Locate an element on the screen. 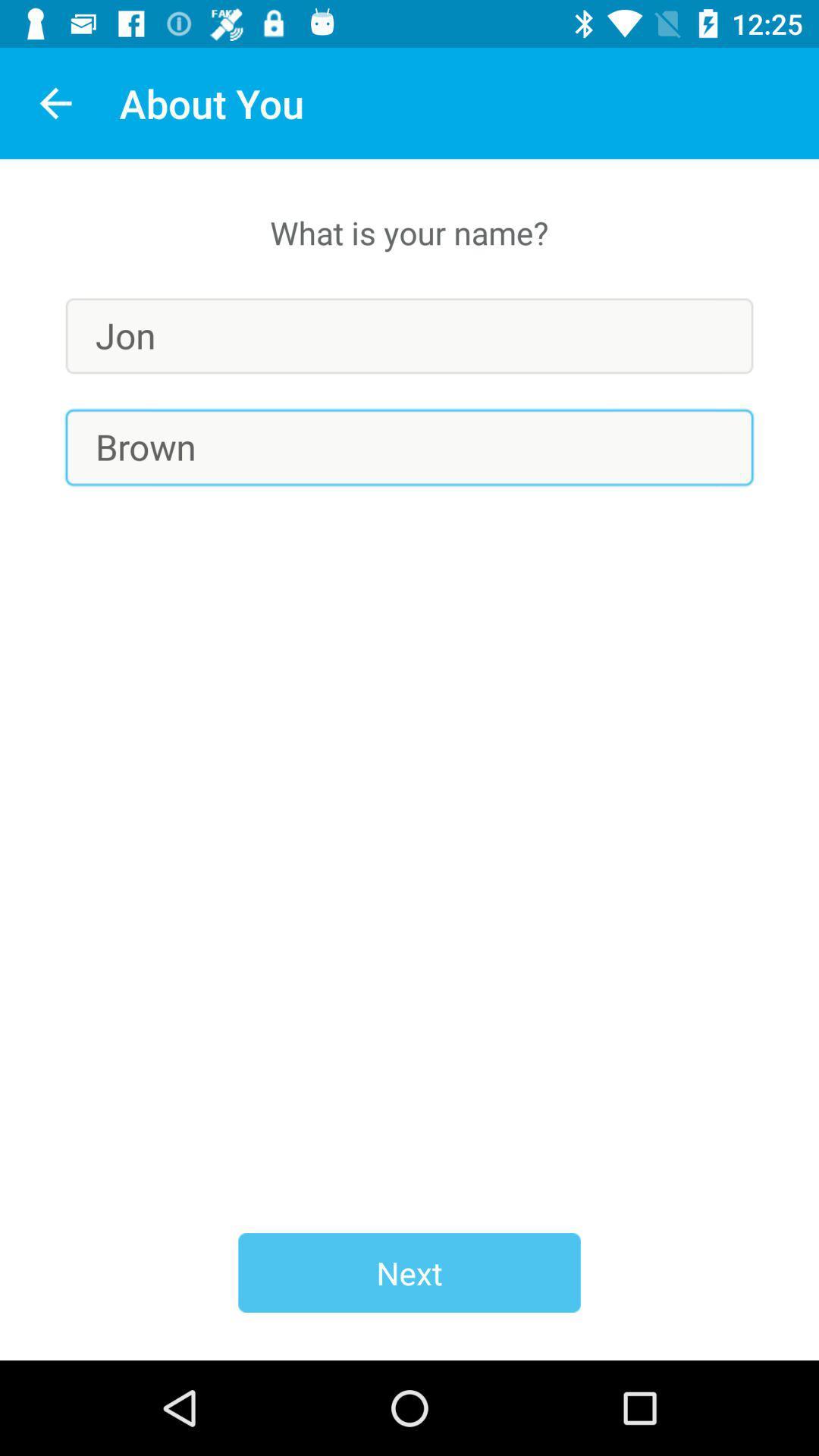 The height and width of the screenshot is (1456, 819). the next icon is located at coordinates (409, 1272).